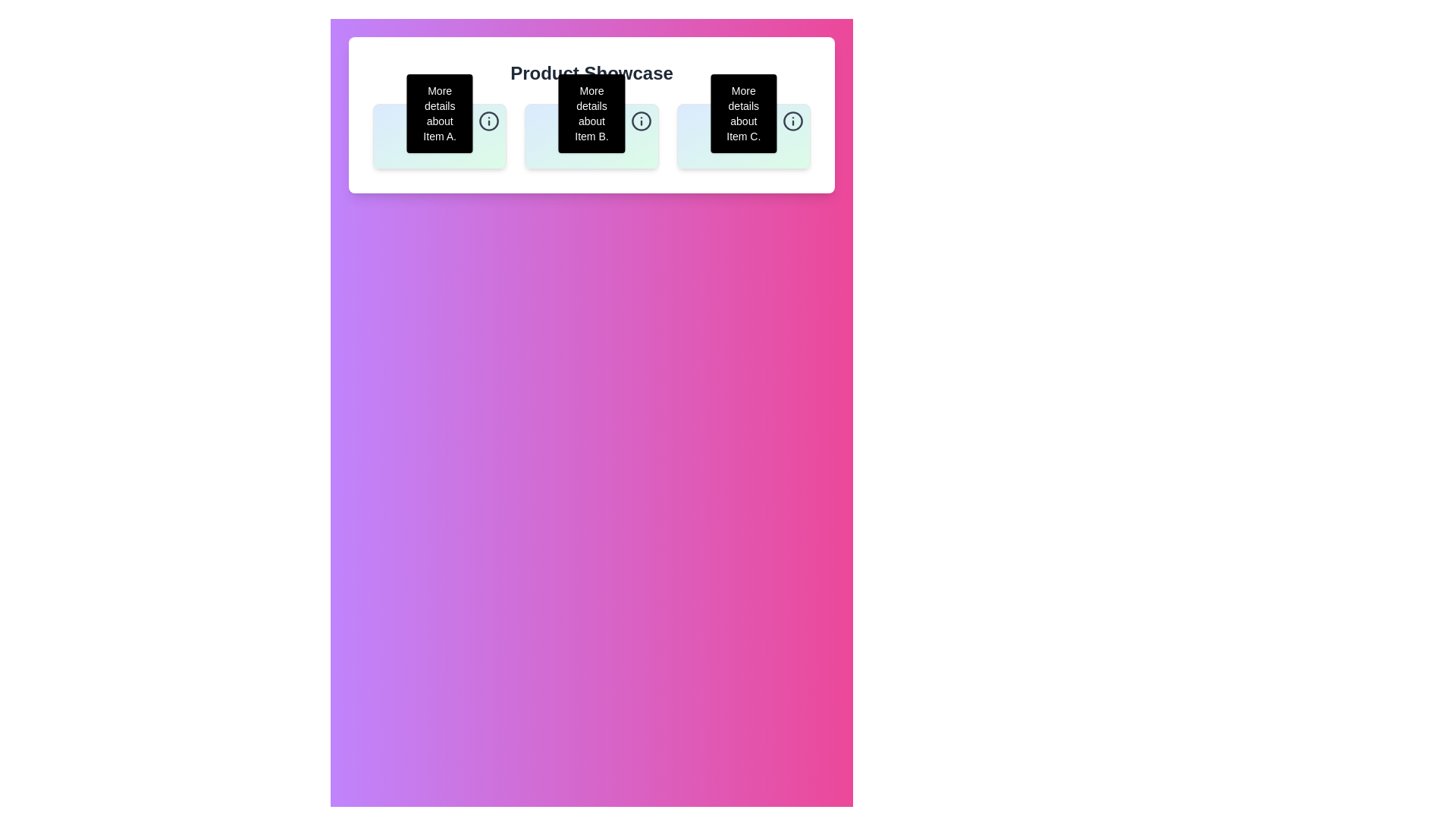 Image resolution: width=1456 pixels, height=819 pixels. I want to click on the Text label displaying 'Item C', which is centered in the third panel of a horizontal series, positioned above the descriptive text, so click(743, 133).